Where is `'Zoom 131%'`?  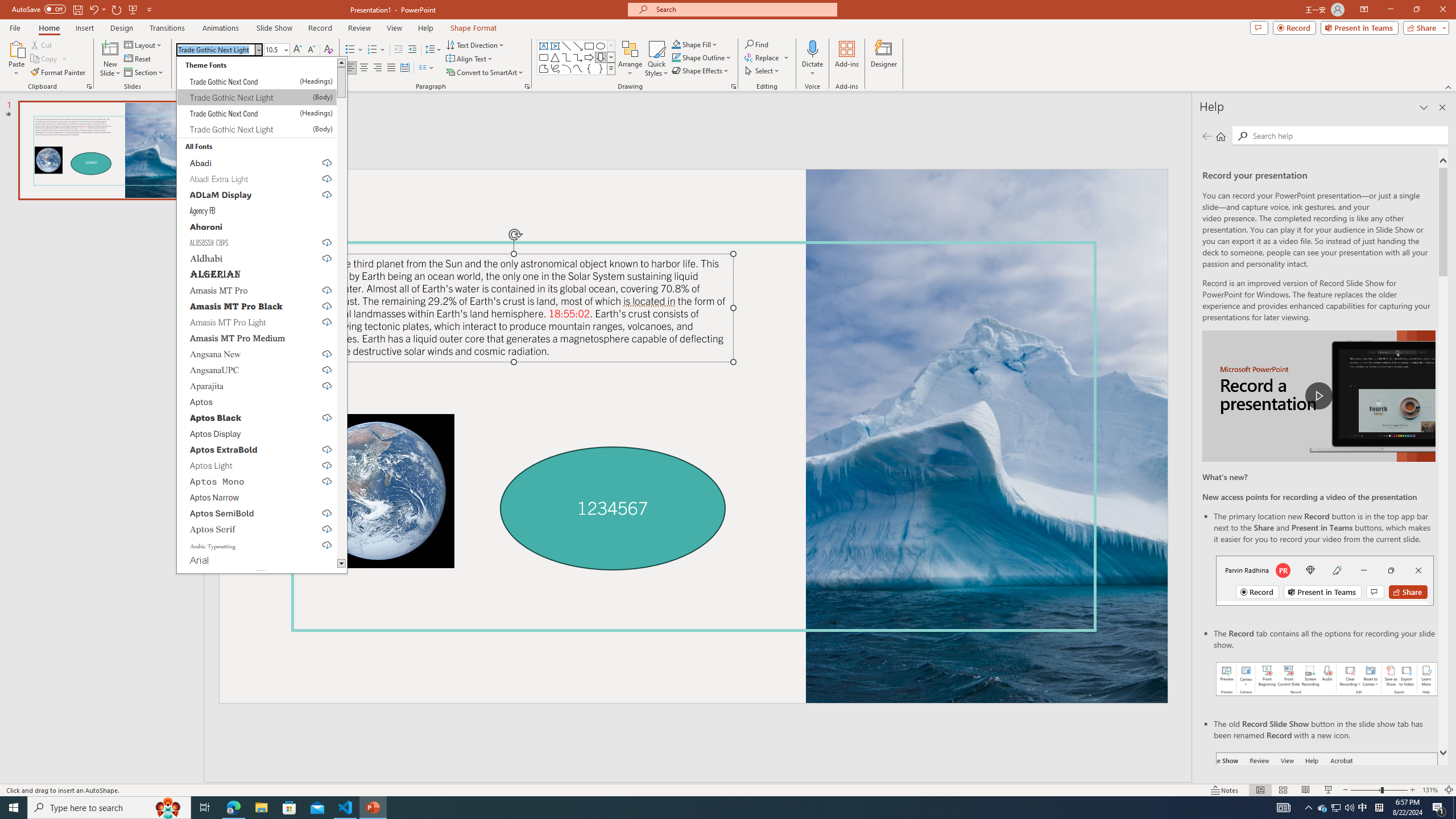
'Zoom 131%' is located at coordinates (1430, 790).